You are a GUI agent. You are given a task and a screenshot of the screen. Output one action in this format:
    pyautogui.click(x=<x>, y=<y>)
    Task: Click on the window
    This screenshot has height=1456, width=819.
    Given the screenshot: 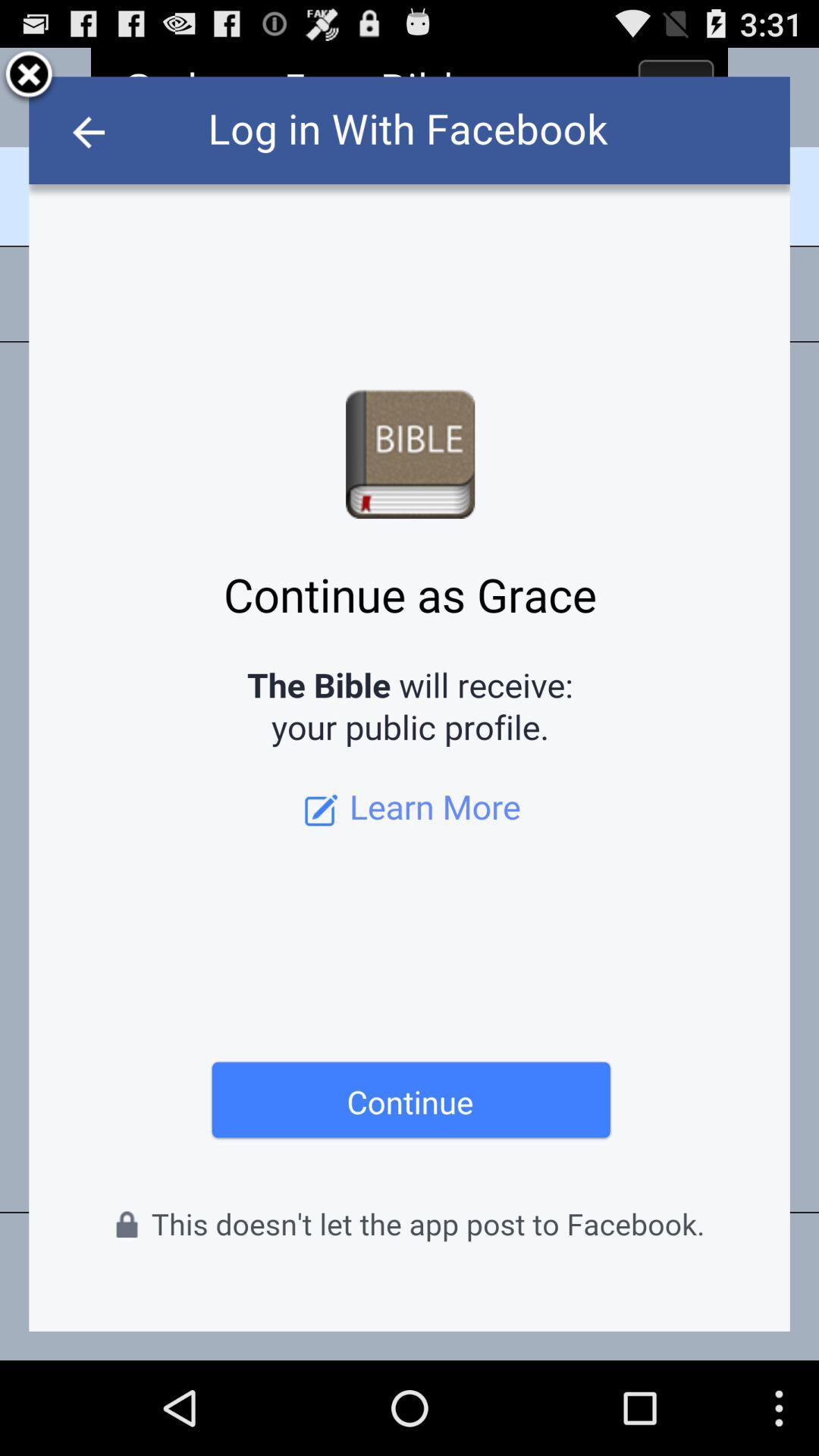 What is the action you would take?
    pyautogui.click(x=29, y=76)
    